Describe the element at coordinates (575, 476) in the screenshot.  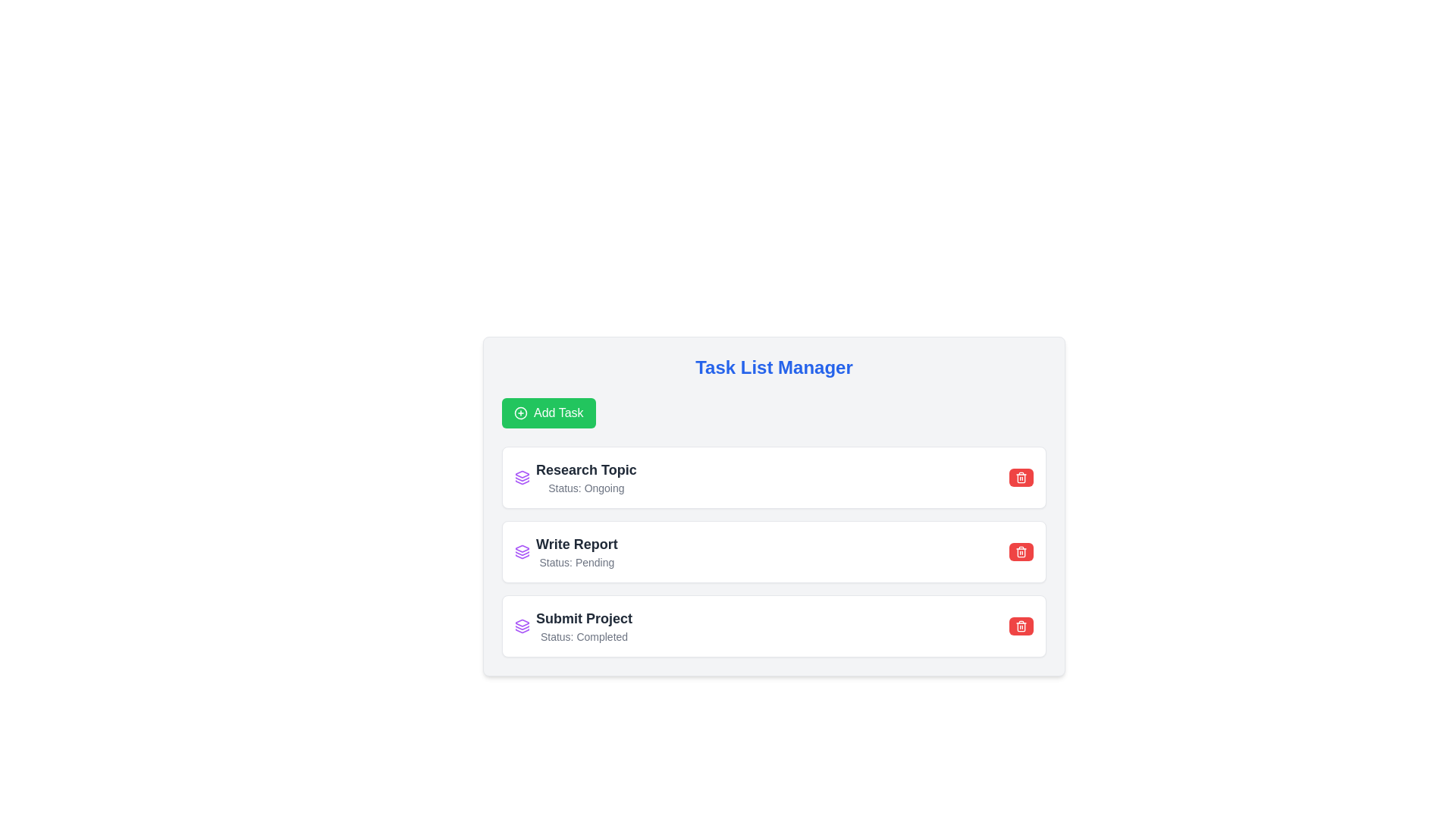
I see `text 'Research Topic' and its status 'Ongoing' from the Text Display with Icon located in the first item of the task manager interface` at that location.